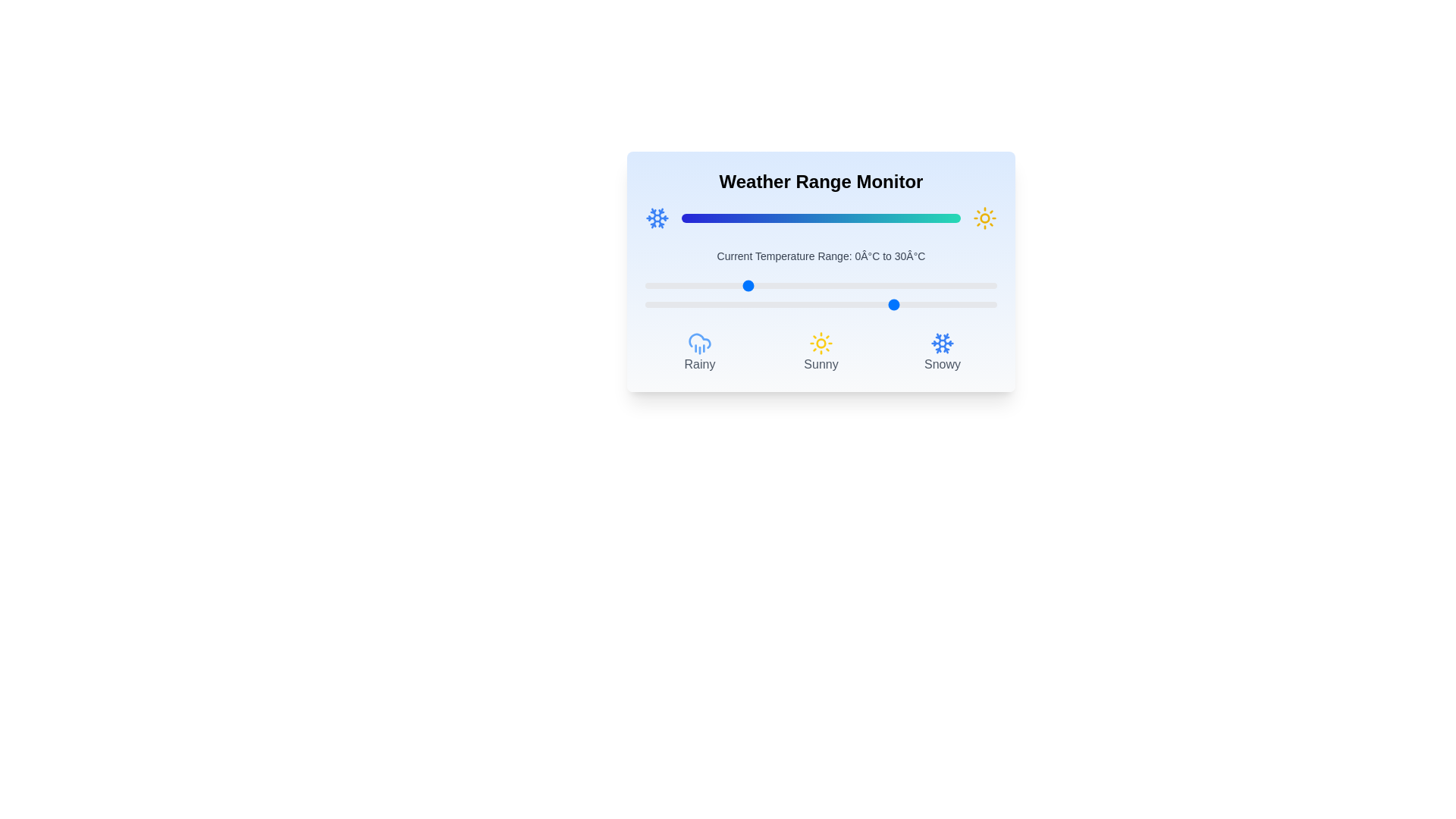  What do you see at coordinates (821, 304) in the screenshot?
I see `and drag the blue circular handle of the range slider labeled 'Current Temperature Range: 0°C to 30°C' to adjust its value` at bounding box center [821, 304].